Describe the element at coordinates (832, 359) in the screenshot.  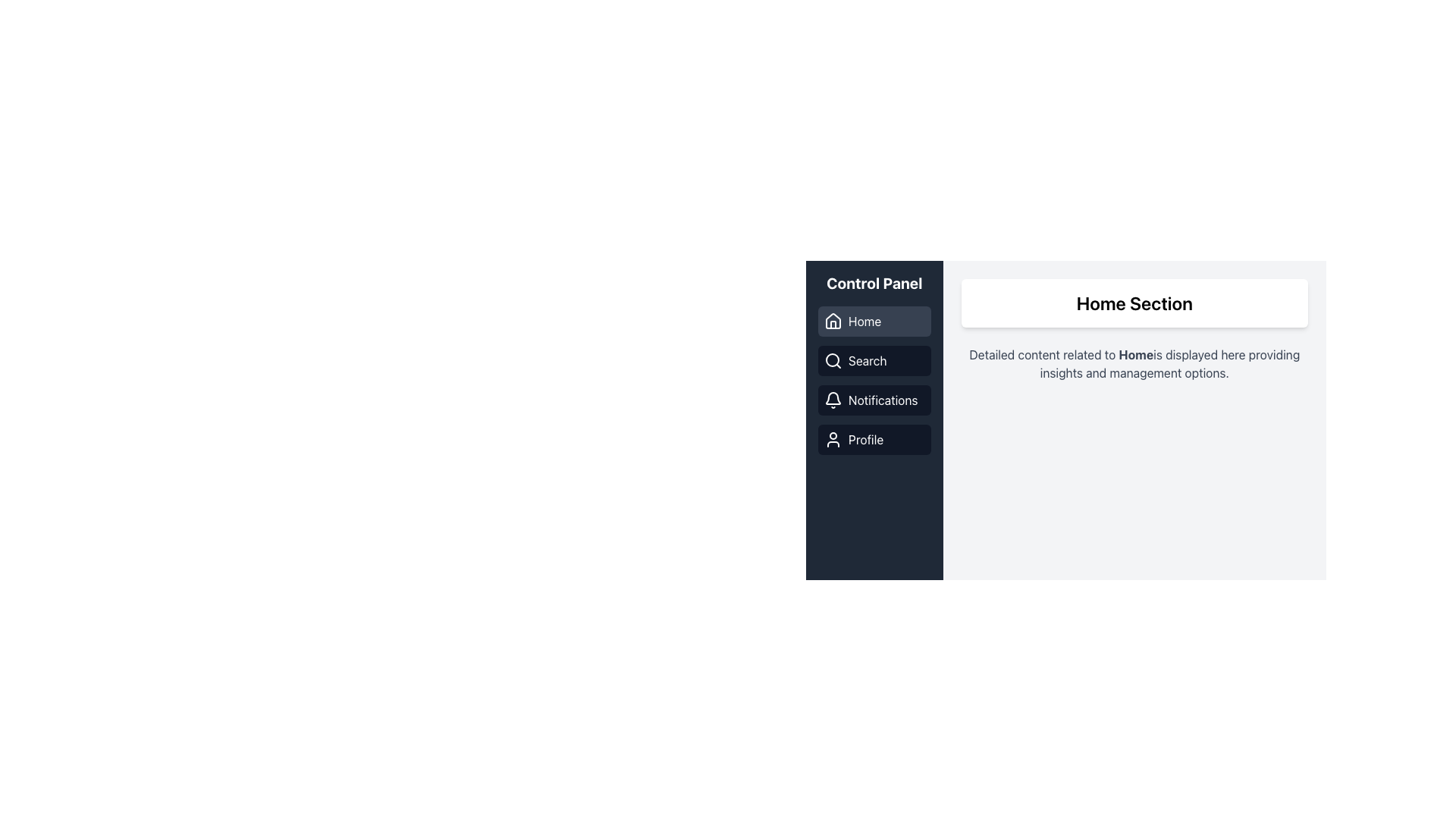
I see `the SVG circle that represents the central part of the magnifying glass icon in the 'Search' button located in the sidebar menu` at that location.